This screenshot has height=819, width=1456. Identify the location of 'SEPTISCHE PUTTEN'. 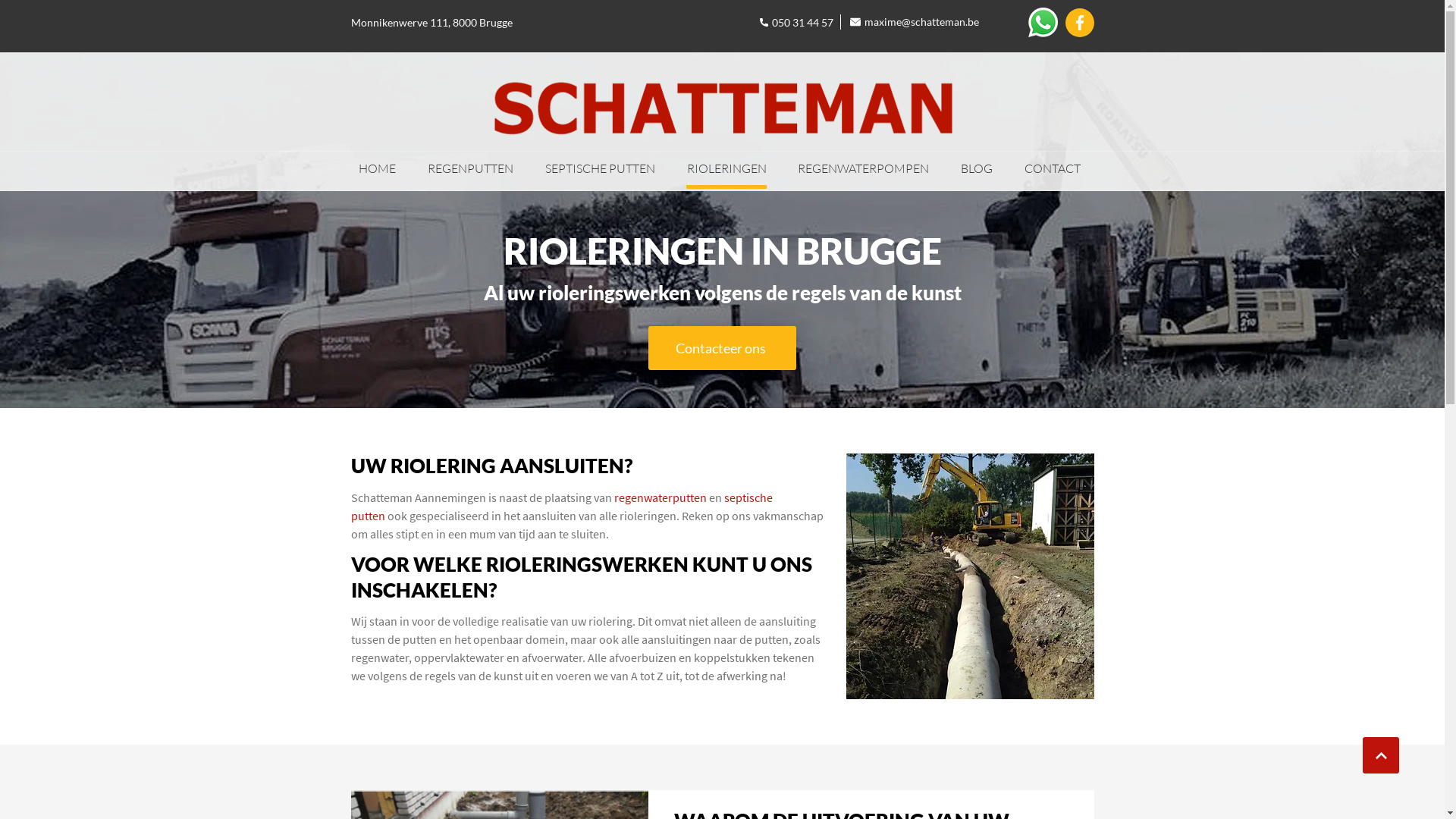
(599, 170).